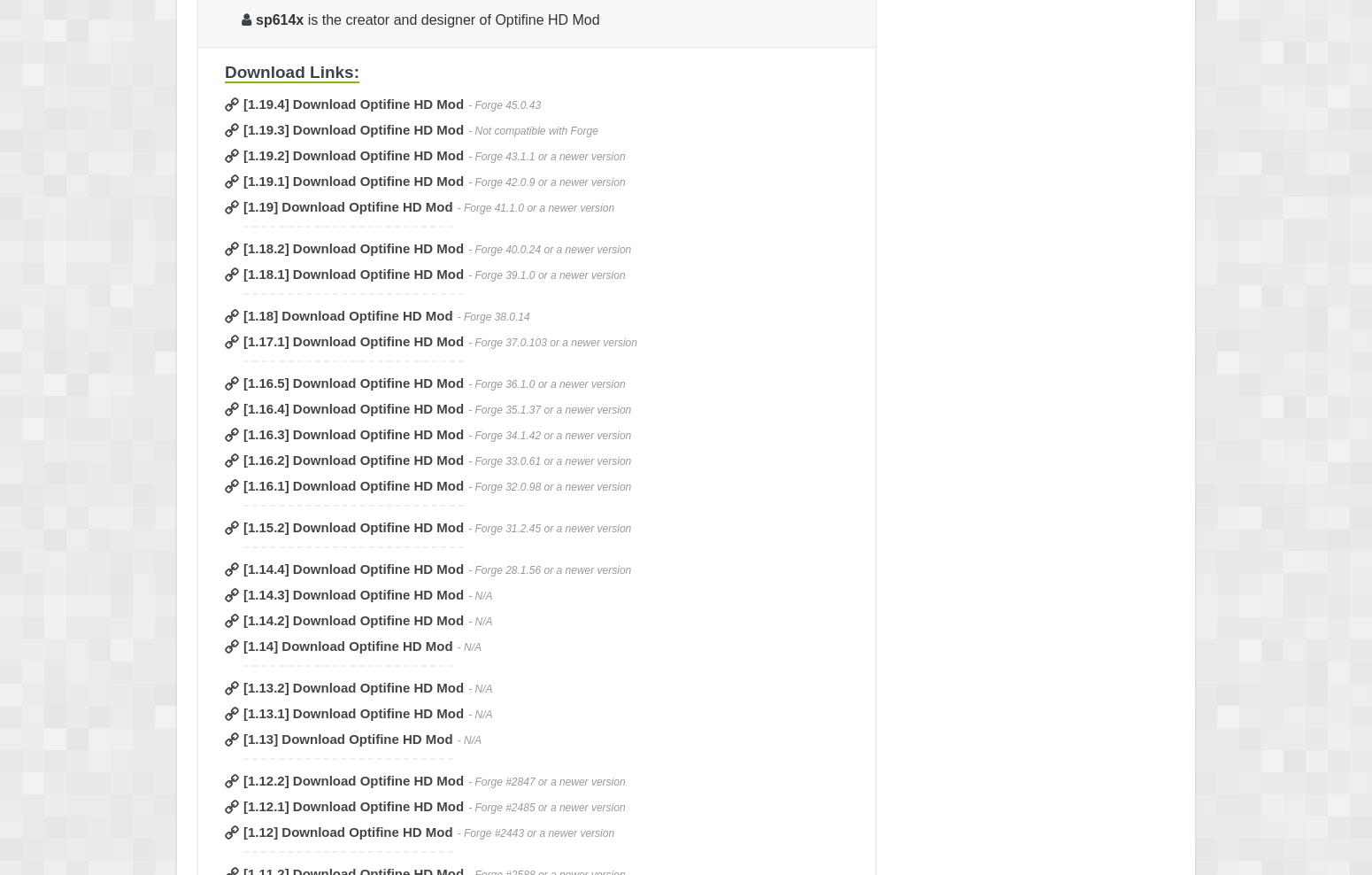 This screenshot has width=1372, height=875. Describe the element at coordinates (353, 128) in the screenshot. I see `'[1.19.3] Download Optifine HD Mod'` at that location.